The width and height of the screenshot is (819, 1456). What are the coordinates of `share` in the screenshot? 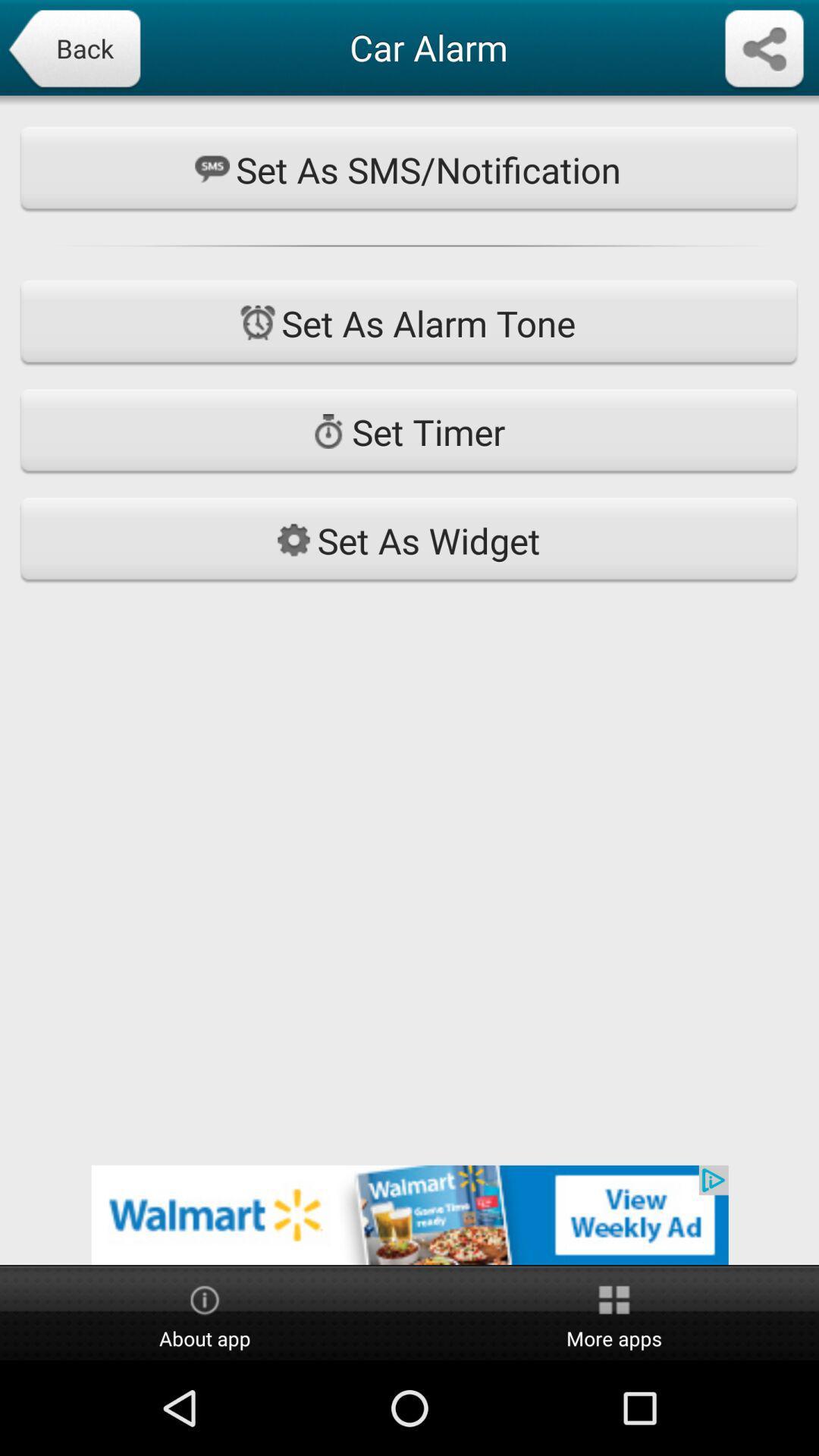 It's located at (764, 50).